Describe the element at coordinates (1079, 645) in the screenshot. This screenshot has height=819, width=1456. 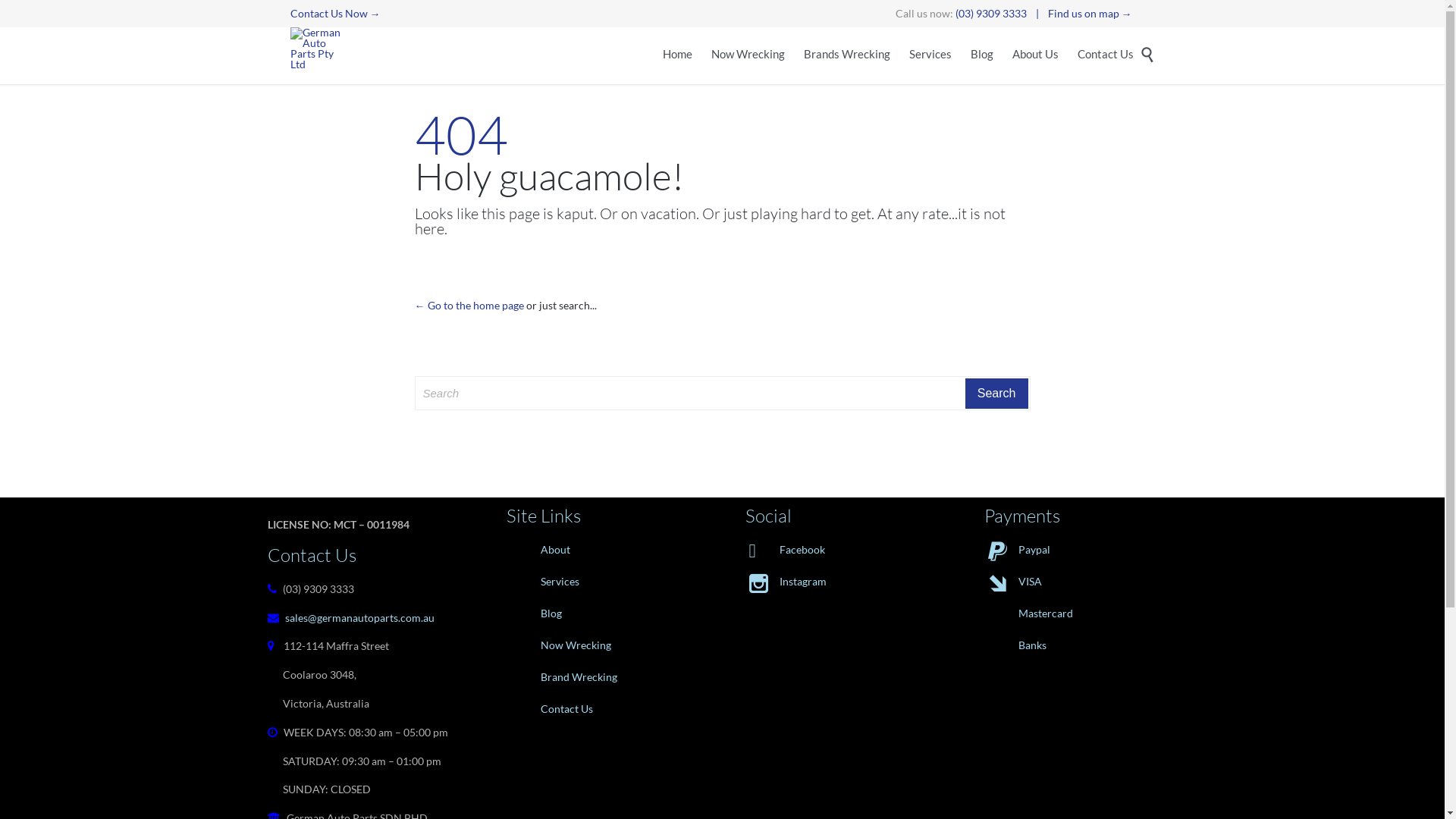
I see `'Banks'` at that location.